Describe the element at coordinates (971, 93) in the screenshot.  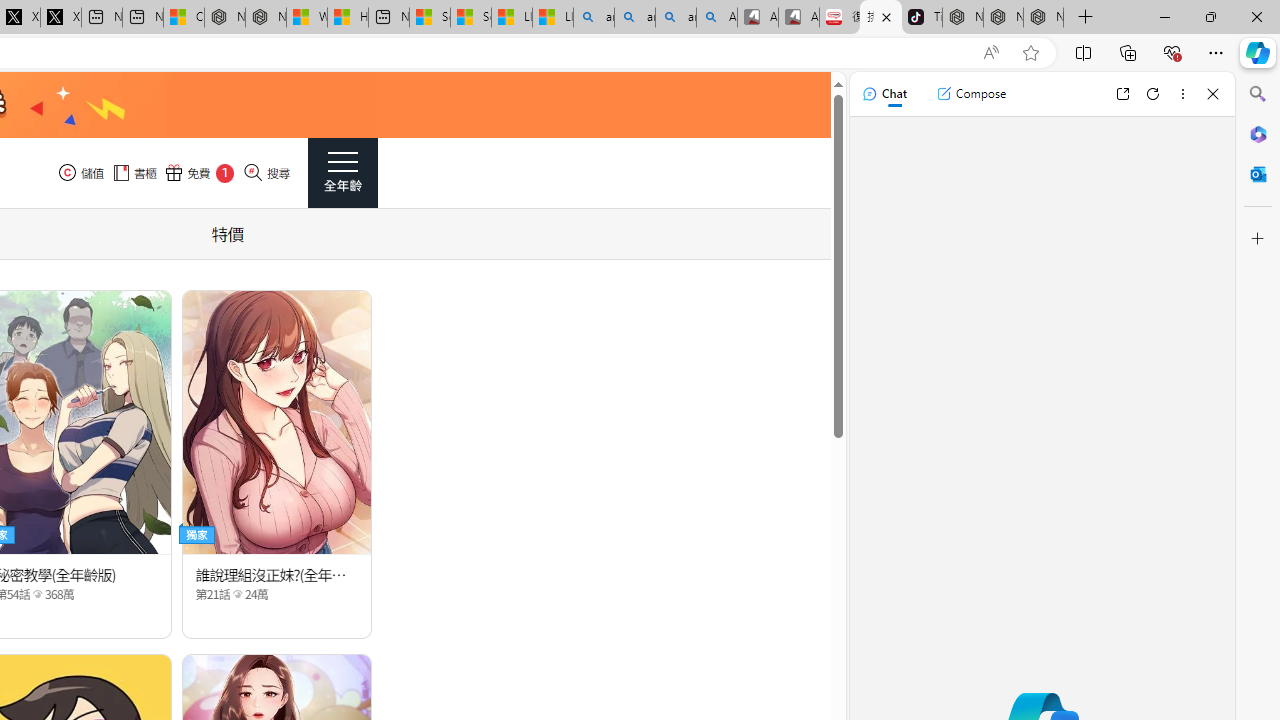
I see `'Compose'` at that location.